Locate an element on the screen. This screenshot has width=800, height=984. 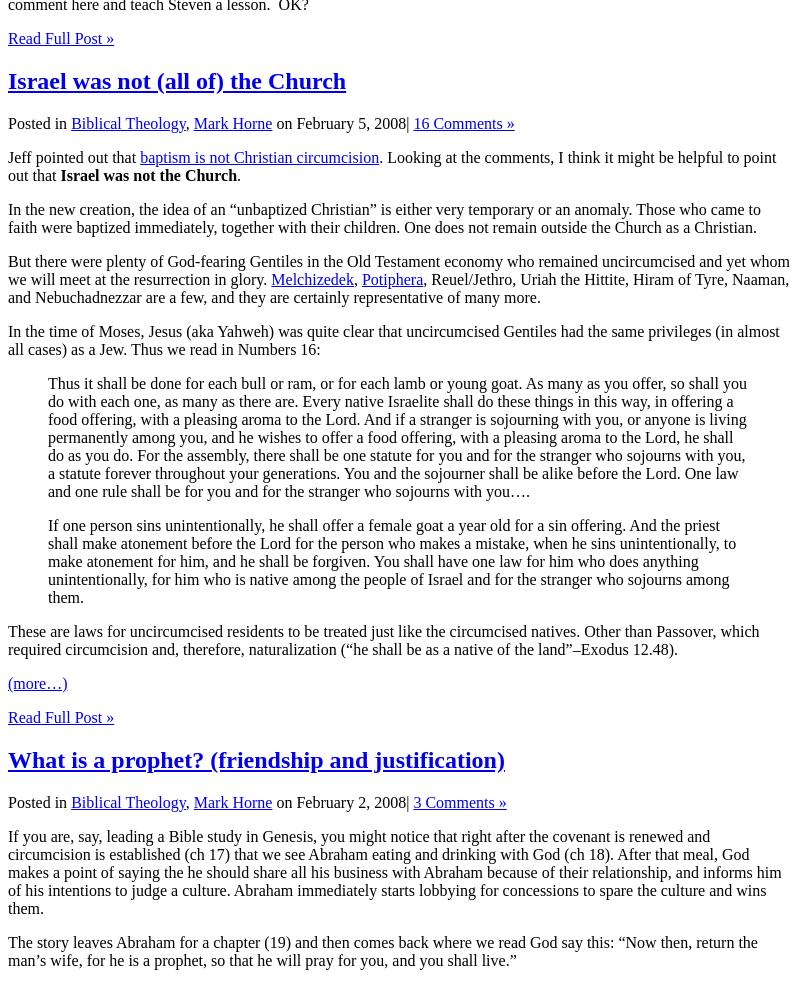
'If you are, say, leading a Bible study in Genesis, you might notice that right after the covenant is renewed and circumcision is established (ch 17) that we see Abraham eating and drinking with God (ch 18).  After that meal, God makes a point of saying the he should share all his business with Abraham because of their relationship, and informs him of his intentions to judge a culture.  Abraham immediately starts lobbying for concessions to spare the culture and wins them.' is located at coordinates (393, 871).